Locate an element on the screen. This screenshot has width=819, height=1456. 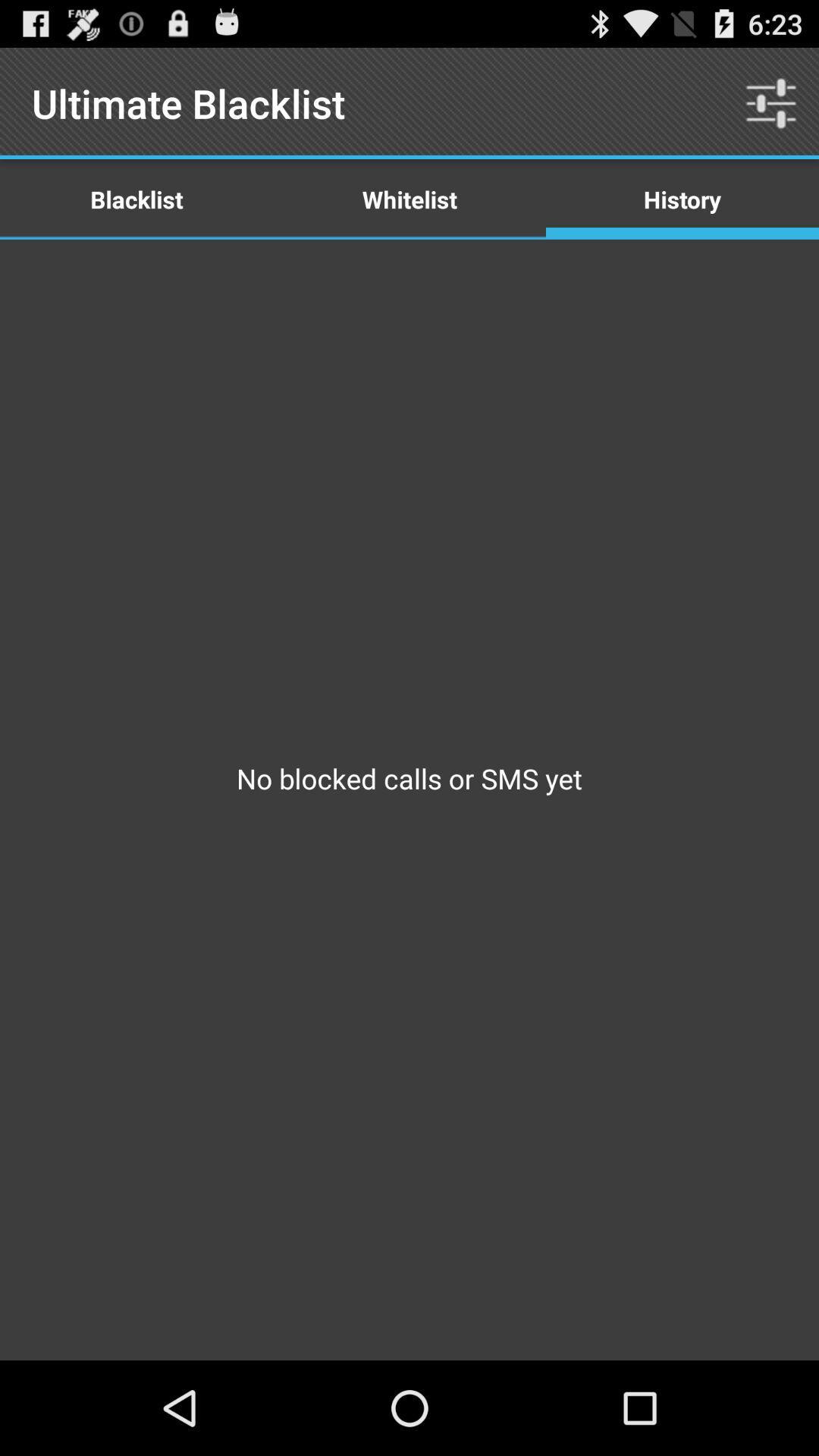
the history is located at coordinates (681, 198).